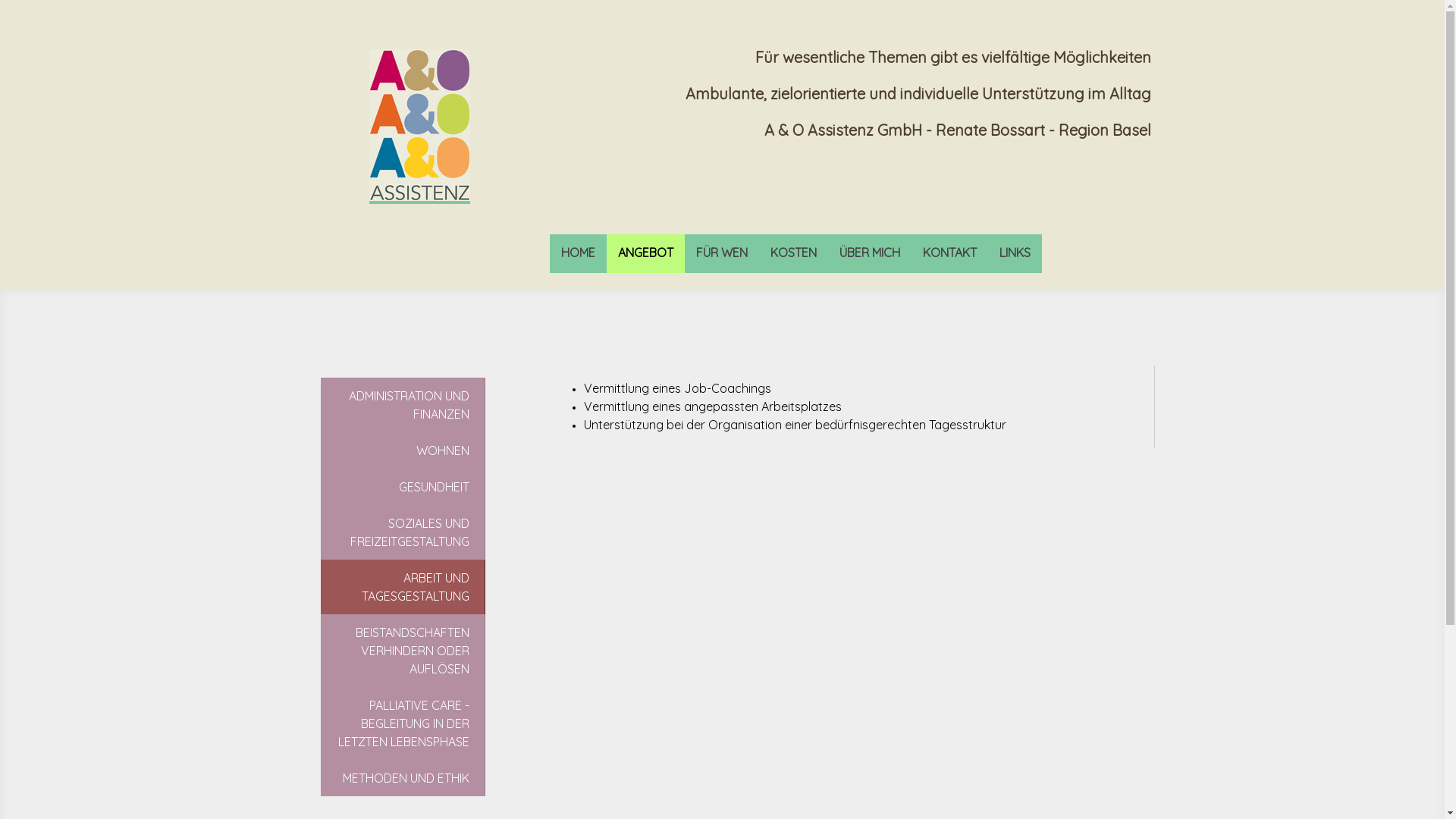 The image size is (1456, 819). I want to click on 'METHODEN UND ETHIK', so click(319, 778).